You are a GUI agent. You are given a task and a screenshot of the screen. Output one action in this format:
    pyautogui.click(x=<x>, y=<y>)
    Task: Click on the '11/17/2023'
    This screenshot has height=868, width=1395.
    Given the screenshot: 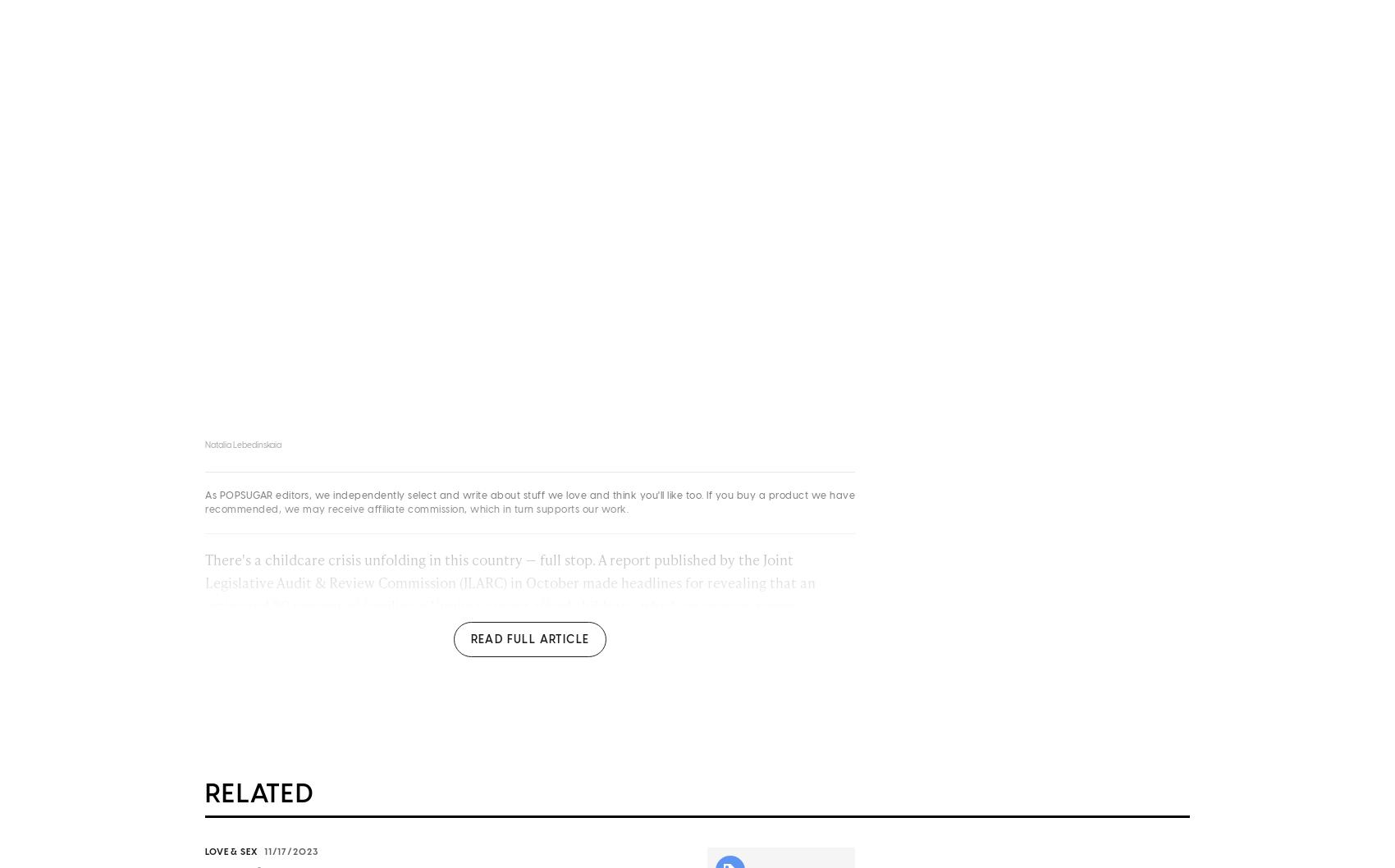 What is the action you would take?
    pyautogui.click(x=262, y=855)
    